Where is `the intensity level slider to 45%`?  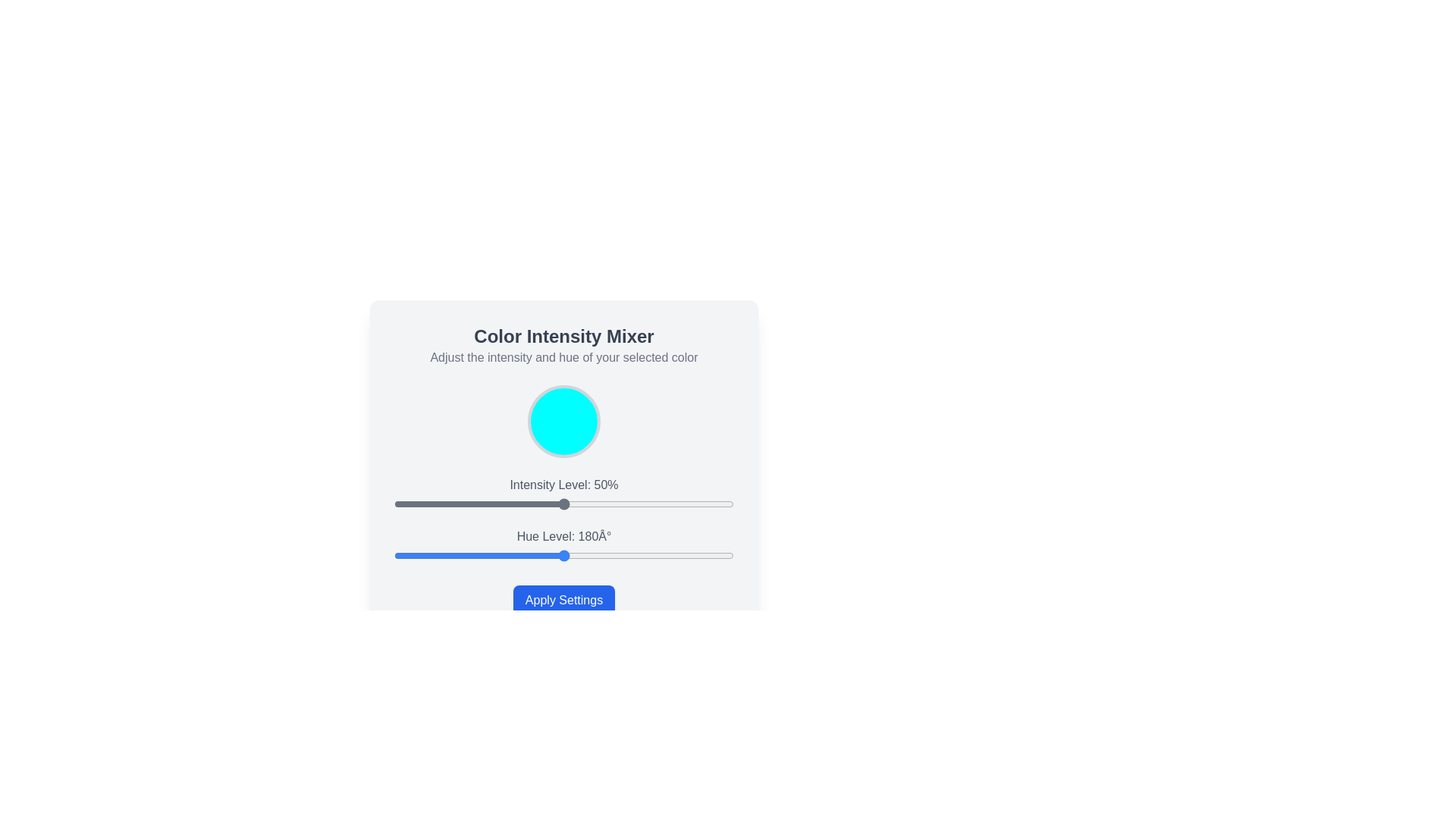
the intensity level slider to 45% is located at coordinates (546, 504).